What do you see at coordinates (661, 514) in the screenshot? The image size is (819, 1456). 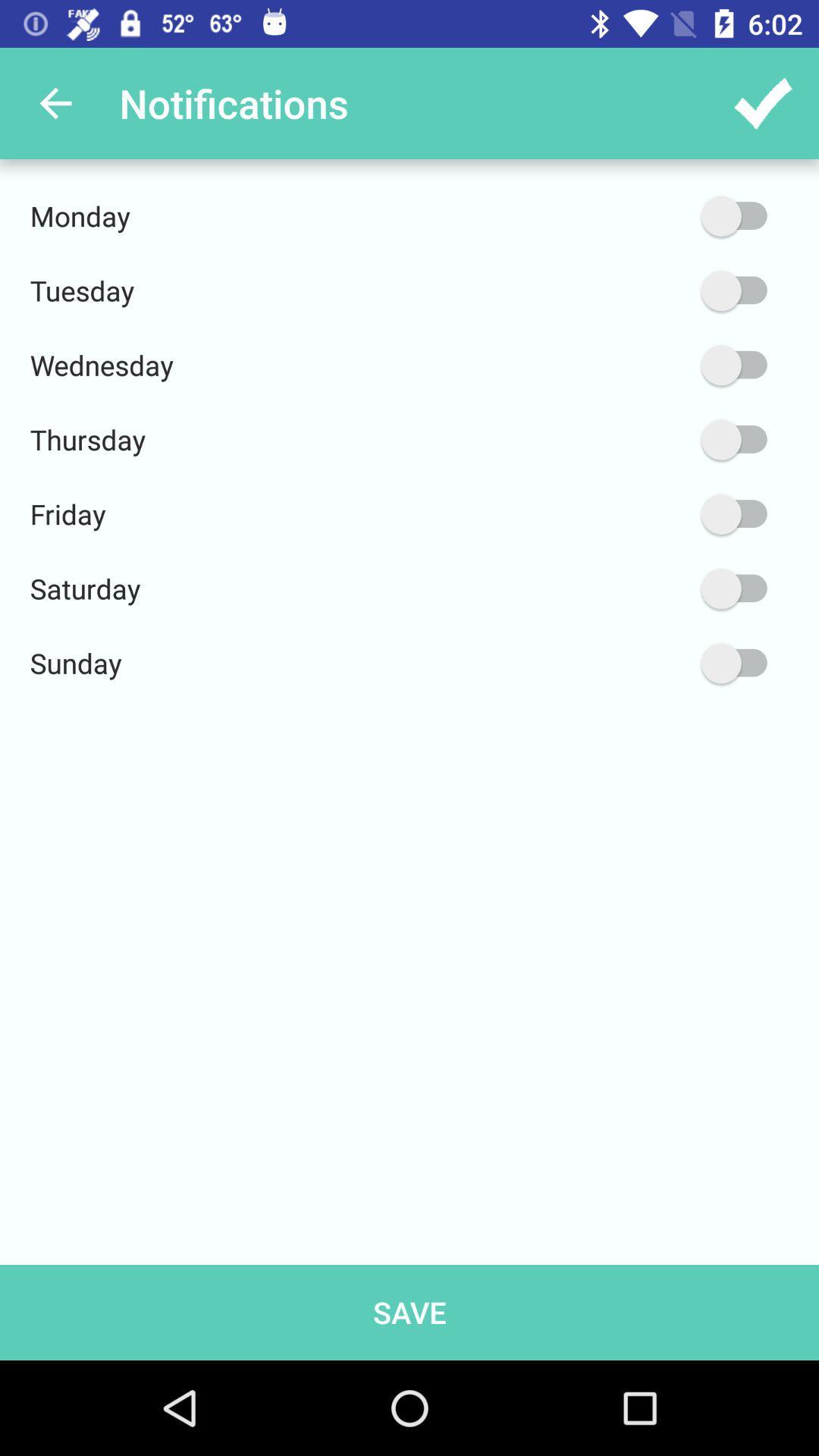 I see `on or off button\` at bounding box center [661, 514].